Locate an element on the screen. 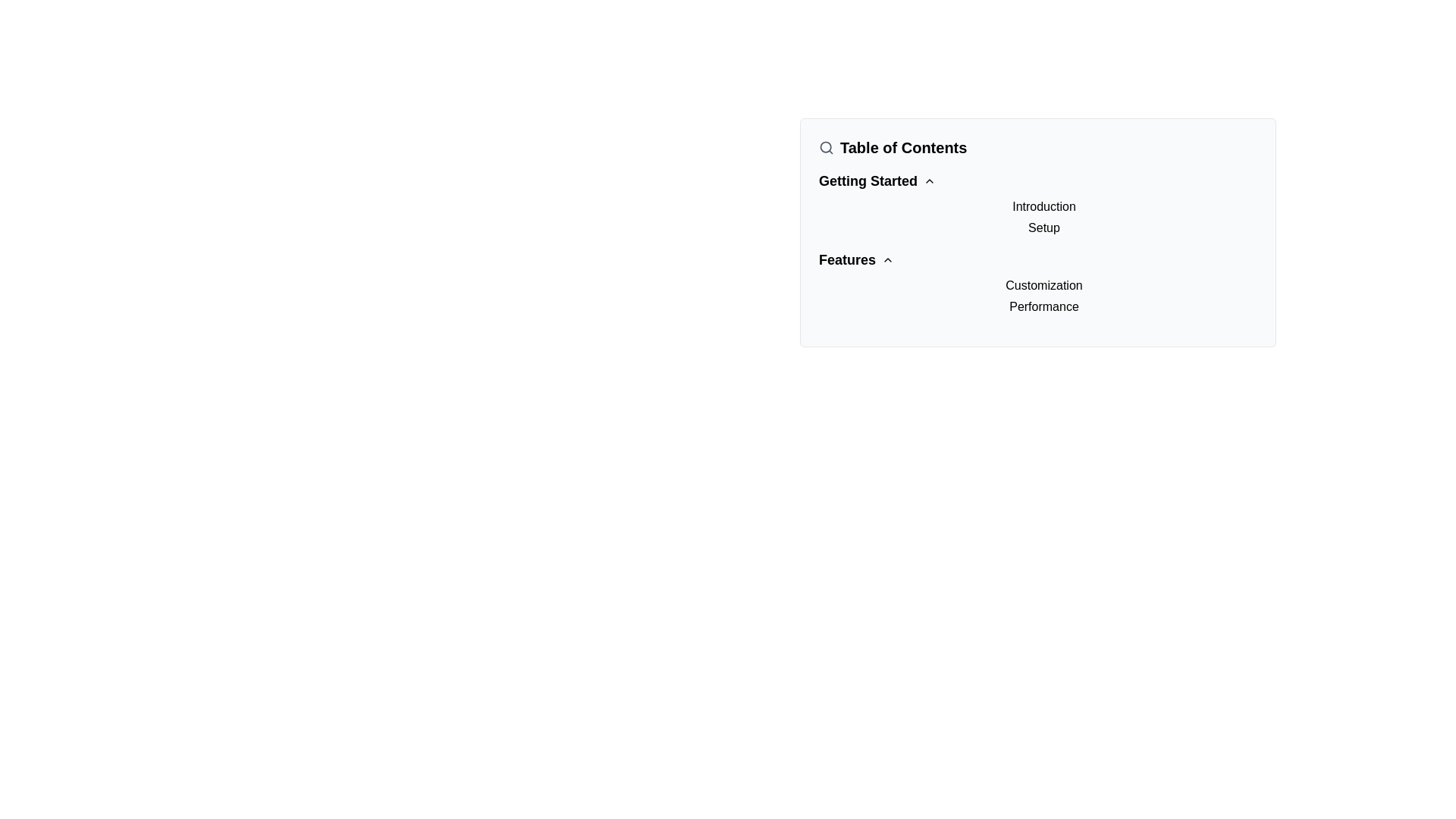 The image size is (1456, 819). the 'Customization' textual link in the sidebar menu under the 'Features' section is located at coordinates (1043, 286).